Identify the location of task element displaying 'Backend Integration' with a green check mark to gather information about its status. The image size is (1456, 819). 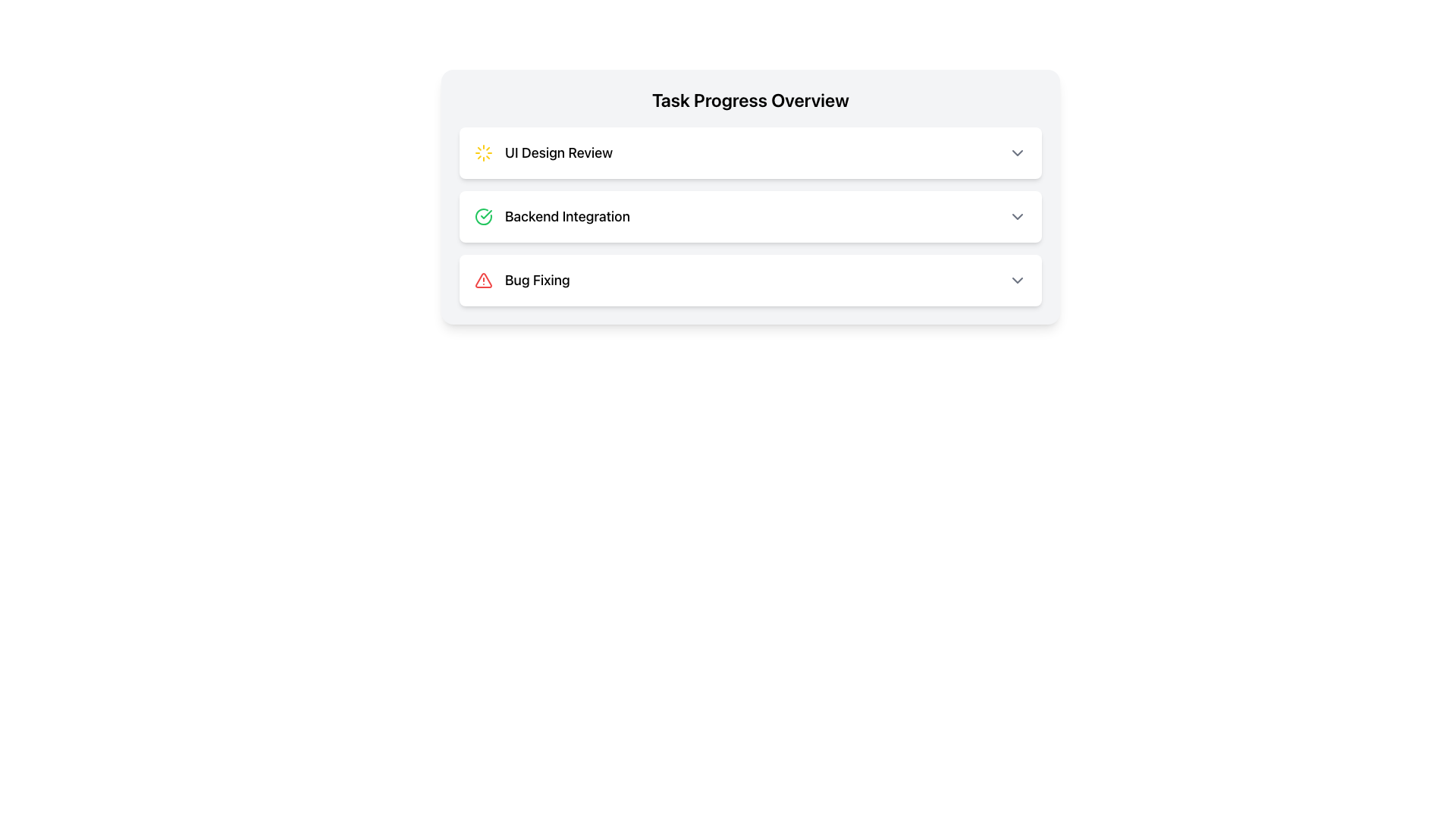
(551, 216).